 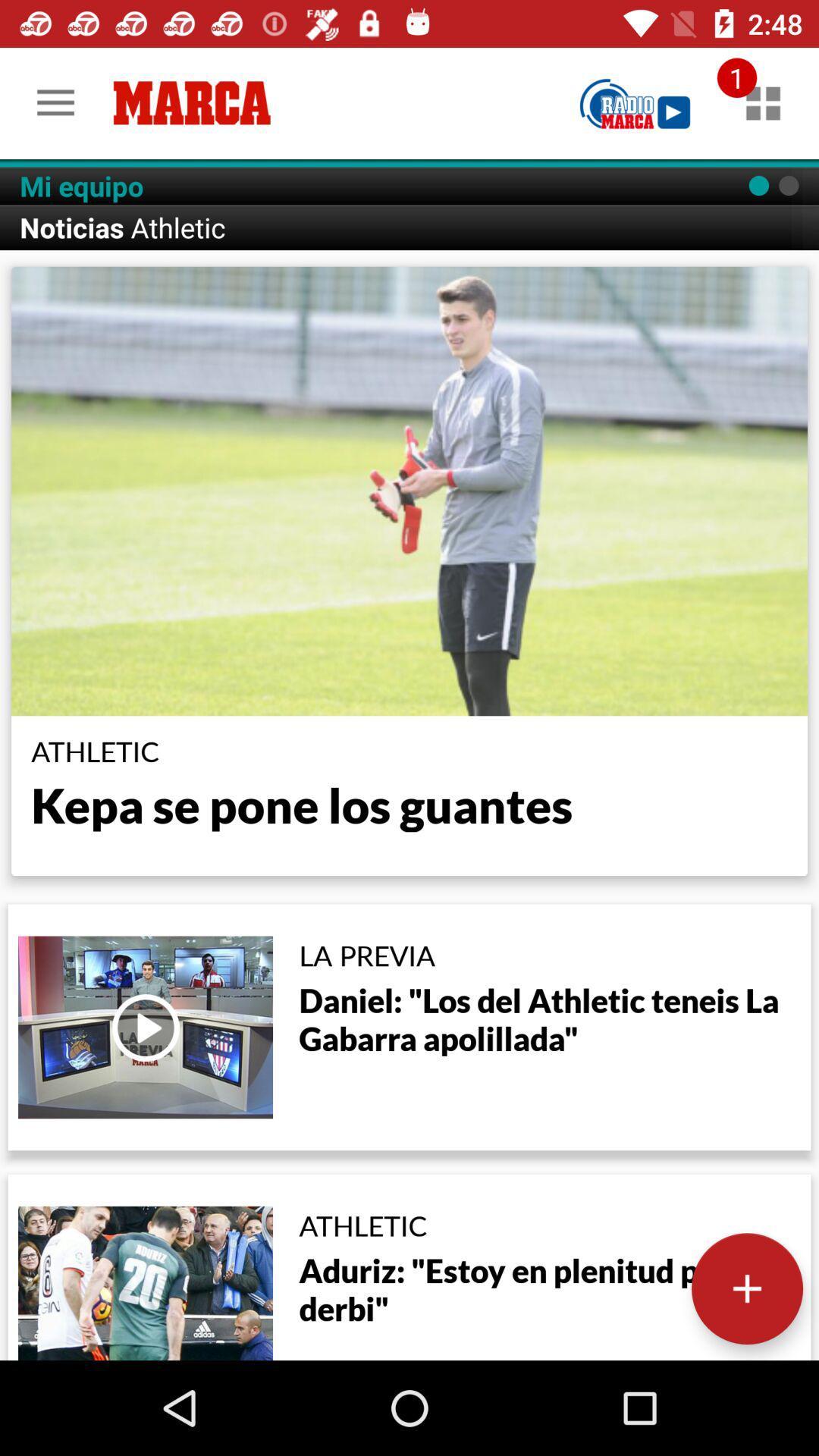 I want to click on the add icon, so click(x=746, y=1288).